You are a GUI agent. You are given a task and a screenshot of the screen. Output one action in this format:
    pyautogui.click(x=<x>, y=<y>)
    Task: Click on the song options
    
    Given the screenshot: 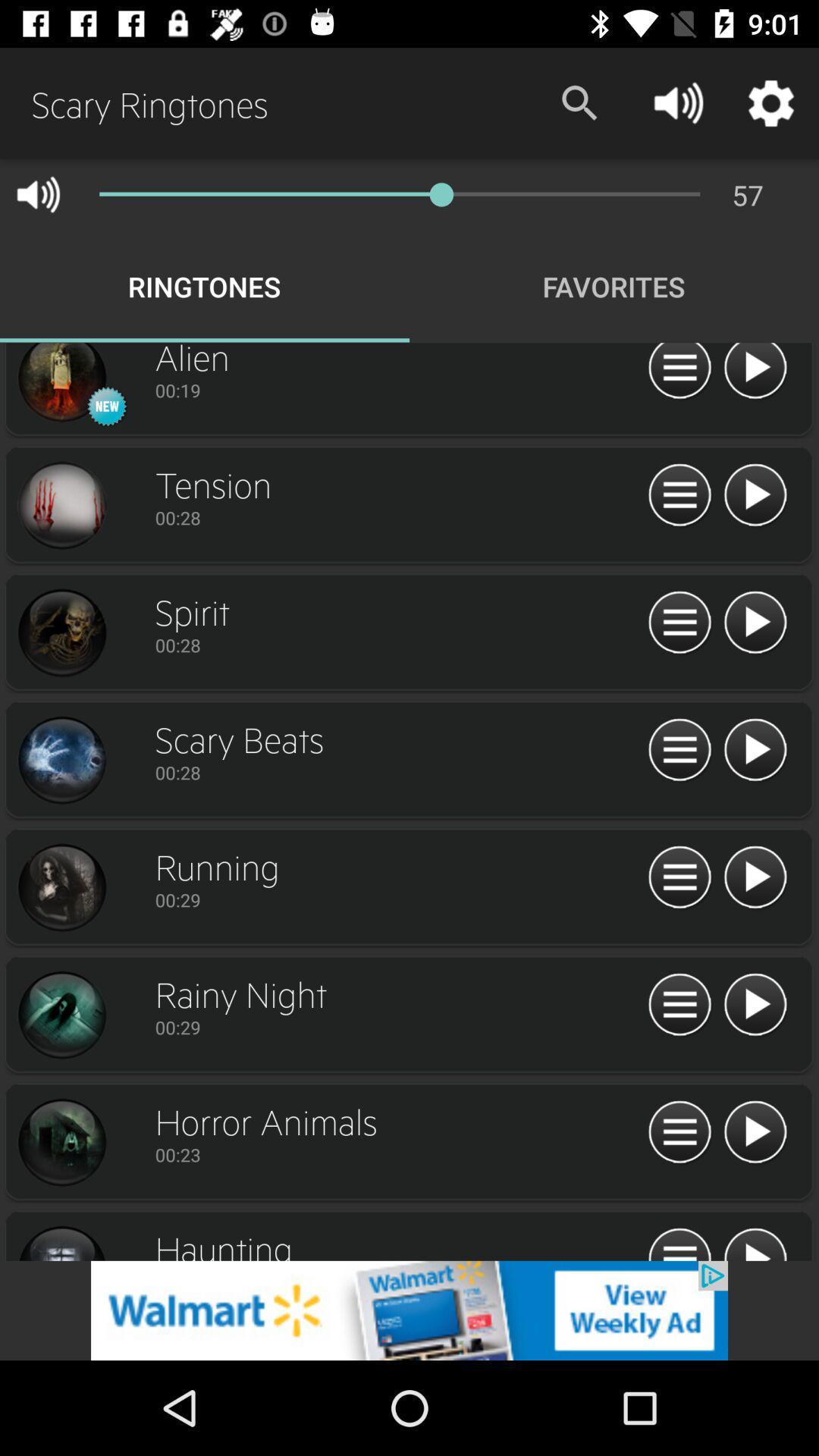 What is the action you would take?
    pyautogui.click(x=679, y=750)
    